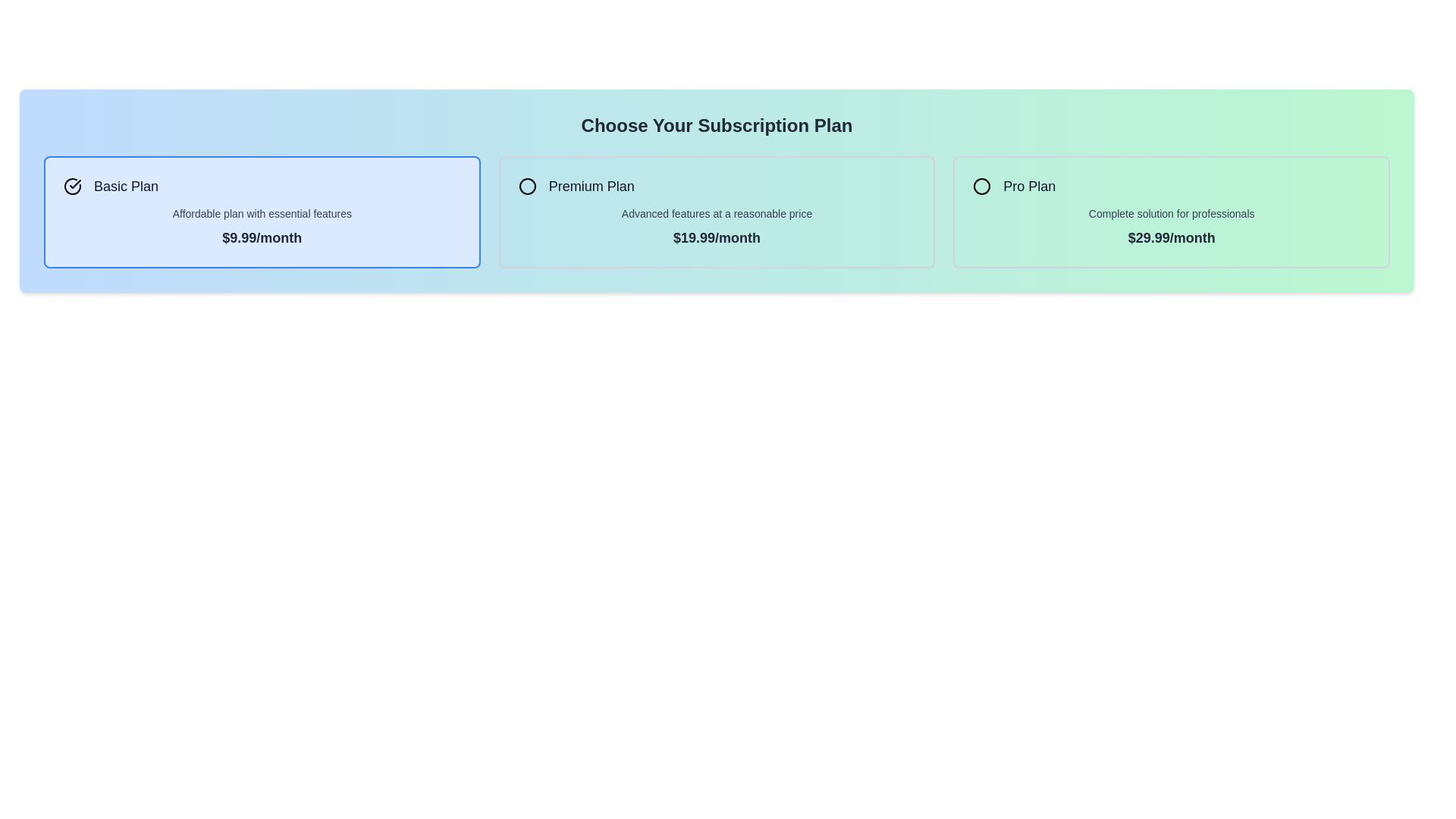 The height and width of the screenshot is (819, 1456). What do you see at coordinates (716, 237) in the screenshot?
I see `the text label displaying '$19.99/month' in the Premium Plan section, which is located below the description 'Advanced features at a reasonable price'` at bounding box center [716, 237].